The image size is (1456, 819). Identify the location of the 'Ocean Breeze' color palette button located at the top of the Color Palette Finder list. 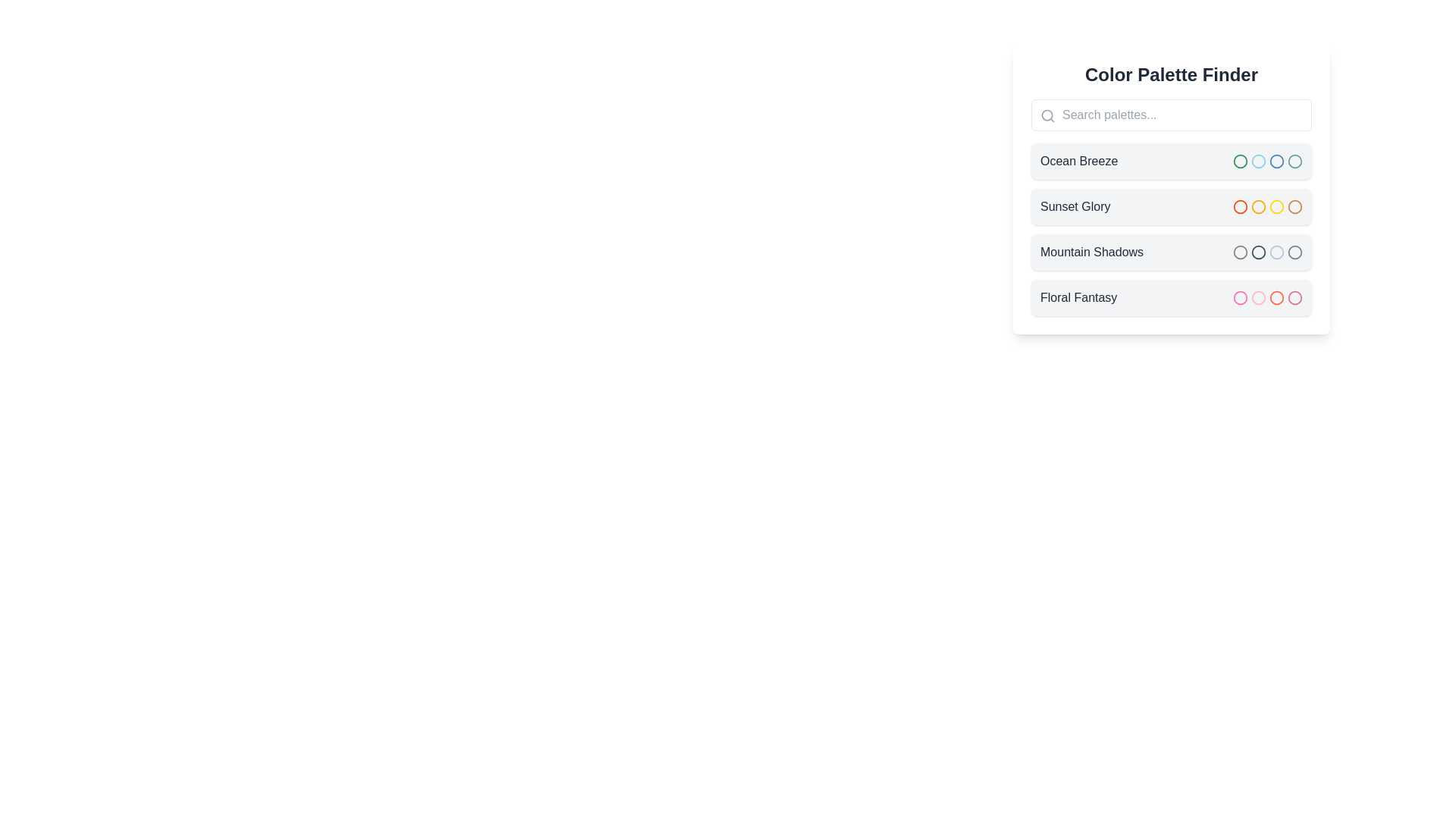
(1171, 161).